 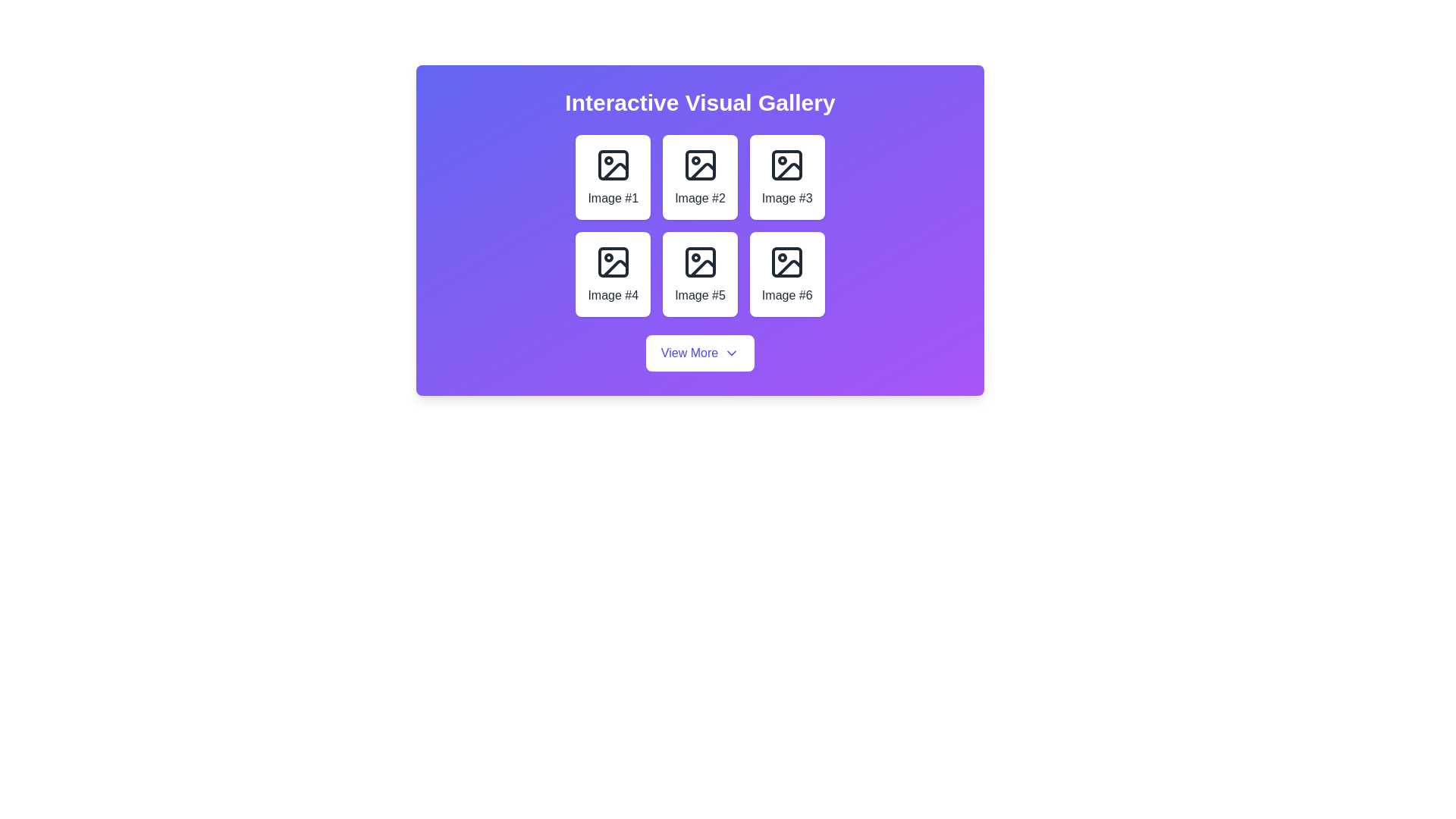 What do you see at coordinates (699, 275) in the screenshot?
I see `the rectangular button labeled 'Image #5' with a picture icon, located in the bottom row of a 3x2 grid layout within a purple card` at bounding box center [699, 275].